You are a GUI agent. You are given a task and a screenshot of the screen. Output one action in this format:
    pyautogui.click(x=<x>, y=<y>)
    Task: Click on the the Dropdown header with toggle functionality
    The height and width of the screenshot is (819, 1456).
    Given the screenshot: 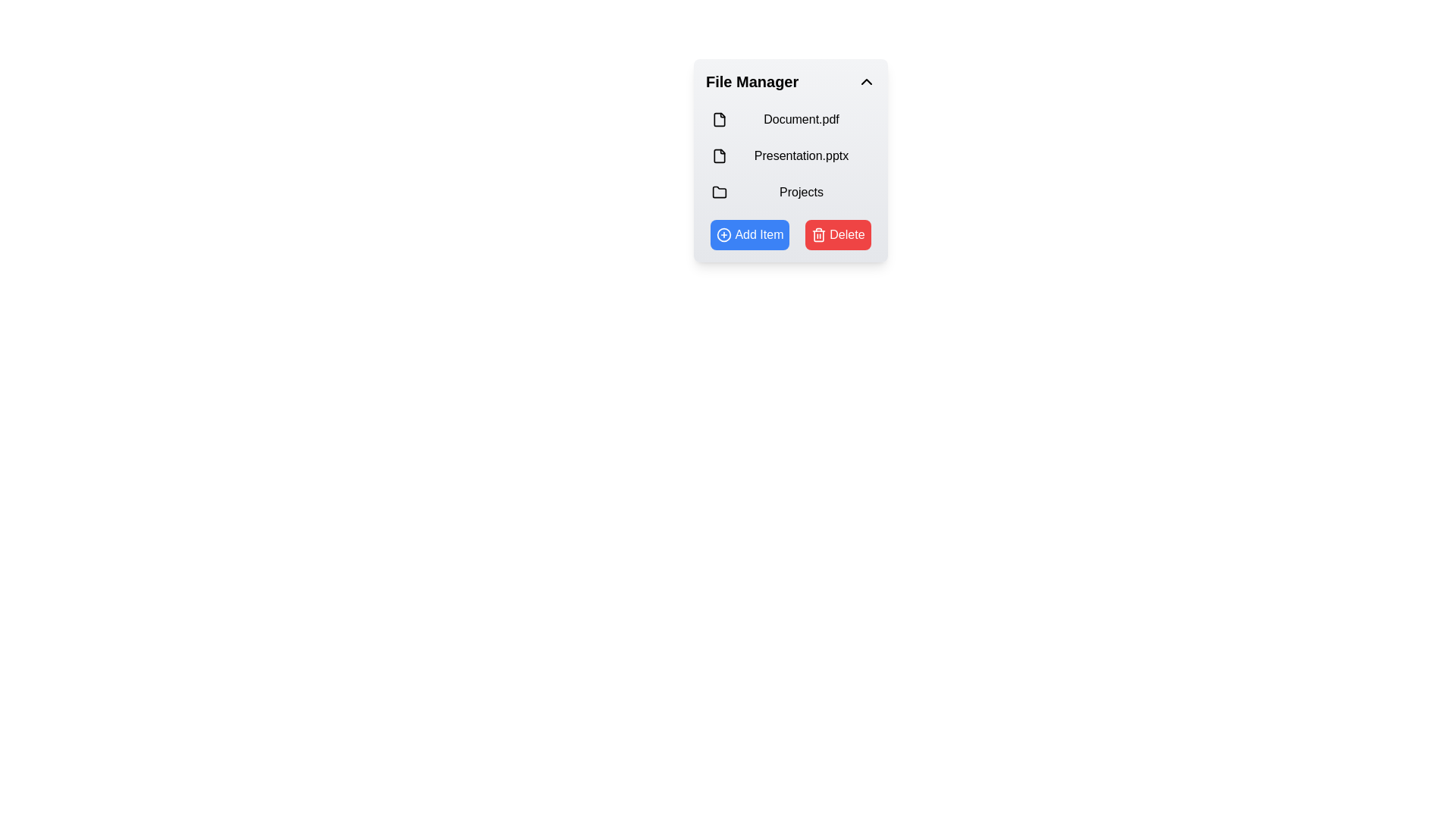 What is the action you would take?
    pyautogui.click(x=789, y=82)
    